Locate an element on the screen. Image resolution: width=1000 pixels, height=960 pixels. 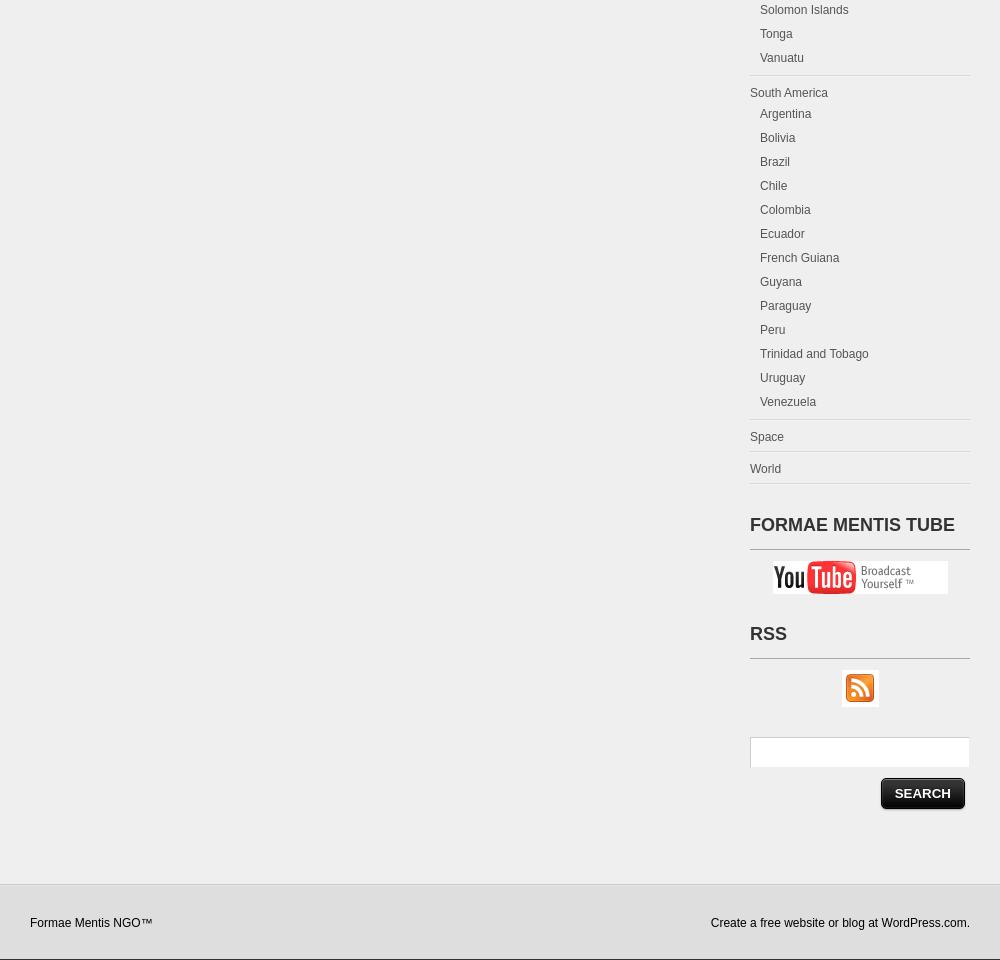
'Venezuela' is located at coordinates (788, 400).